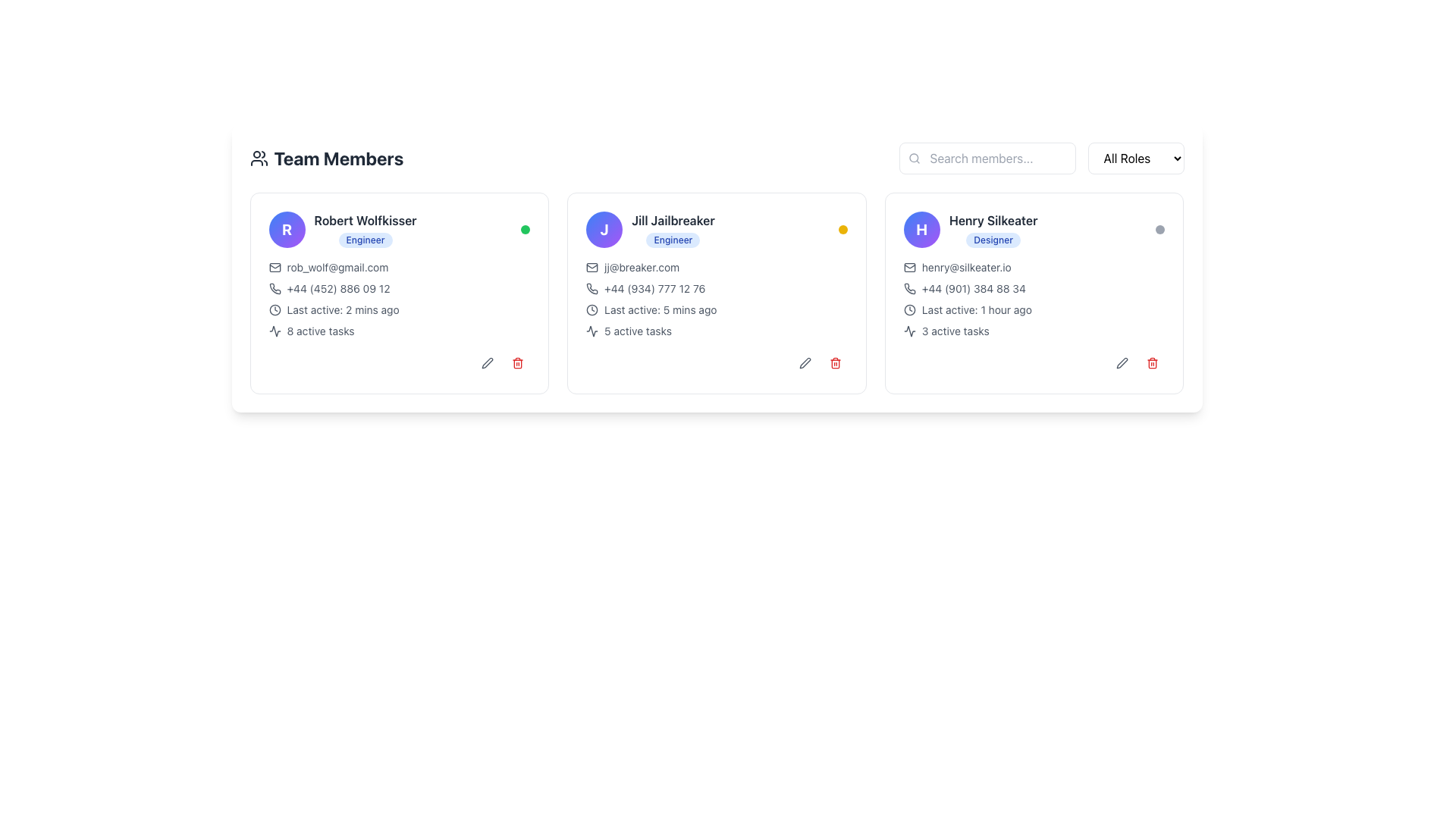  Describe the element at coordinates (673, 230) in the screenshot. I see `displayed text of the profile summary header located in the middle column, positioned below the circular icon with the letter 'J'` at that location.